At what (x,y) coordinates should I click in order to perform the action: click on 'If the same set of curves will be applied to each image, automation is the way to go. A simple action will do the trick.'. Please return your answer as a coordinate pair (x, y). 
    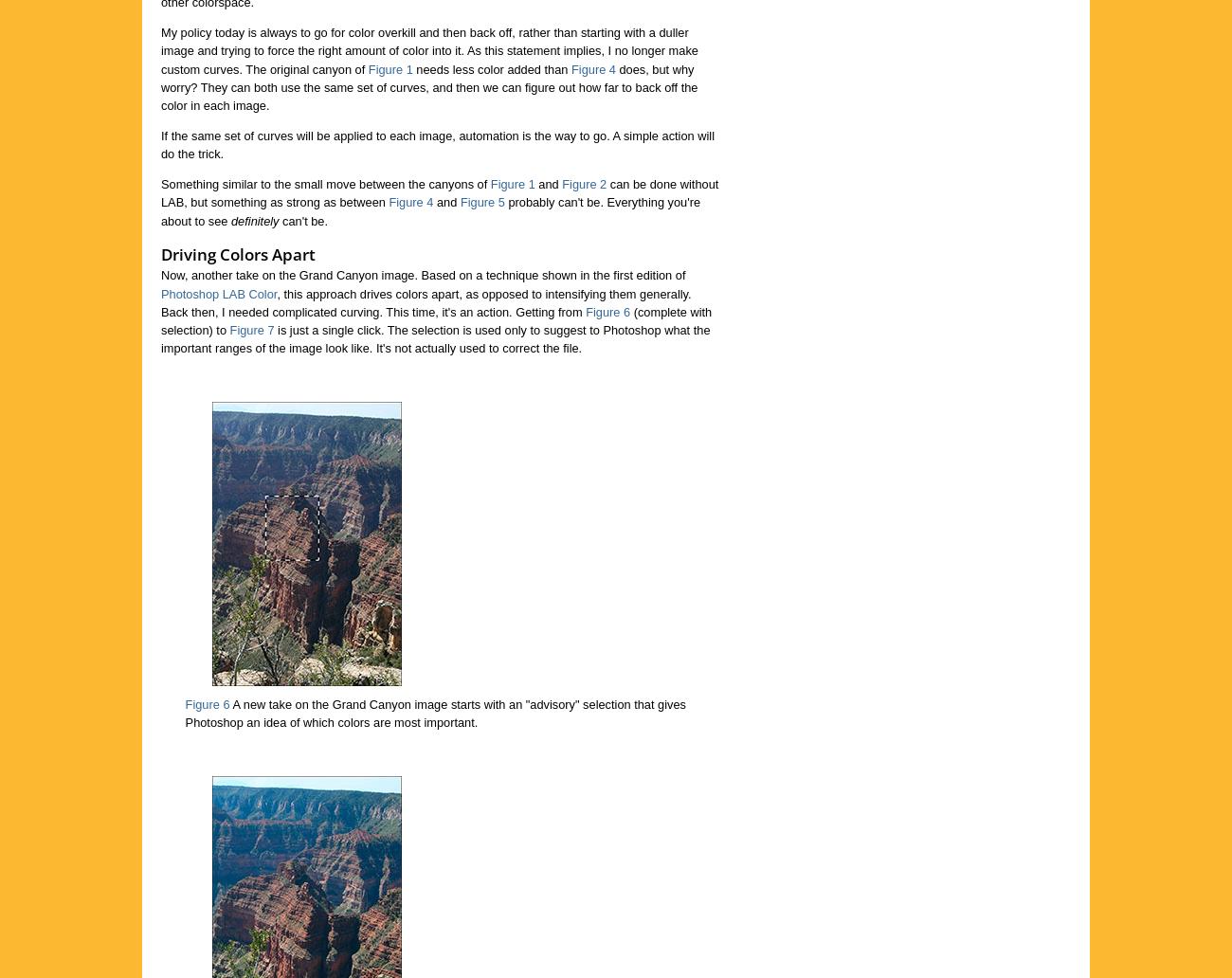
    Looking at the image, I should click on (436, 143).